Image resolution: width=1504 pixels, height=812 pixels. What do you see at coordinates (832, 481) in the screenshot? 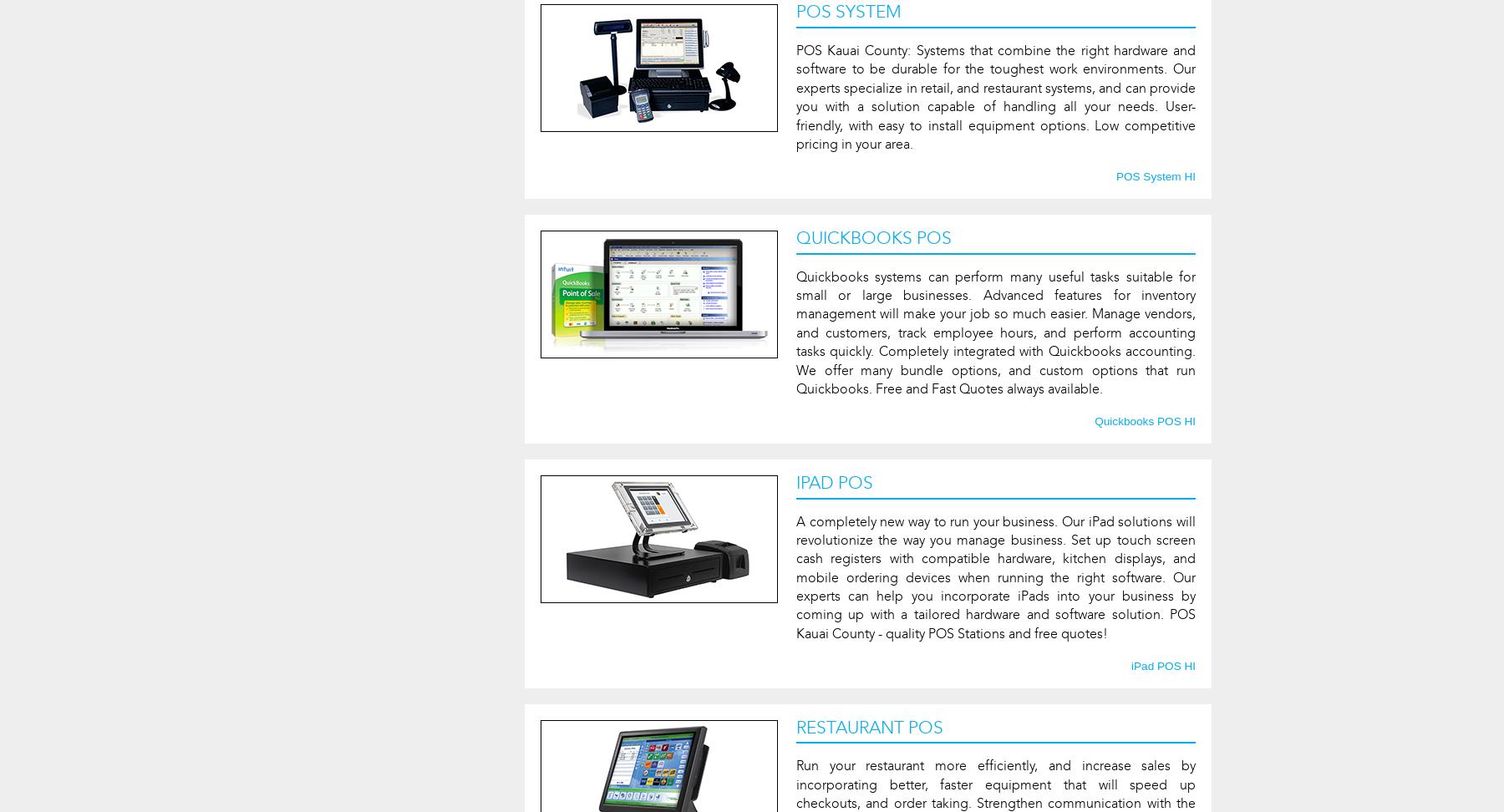
I see `'iPad POS'` at bounding box center [832, 481].